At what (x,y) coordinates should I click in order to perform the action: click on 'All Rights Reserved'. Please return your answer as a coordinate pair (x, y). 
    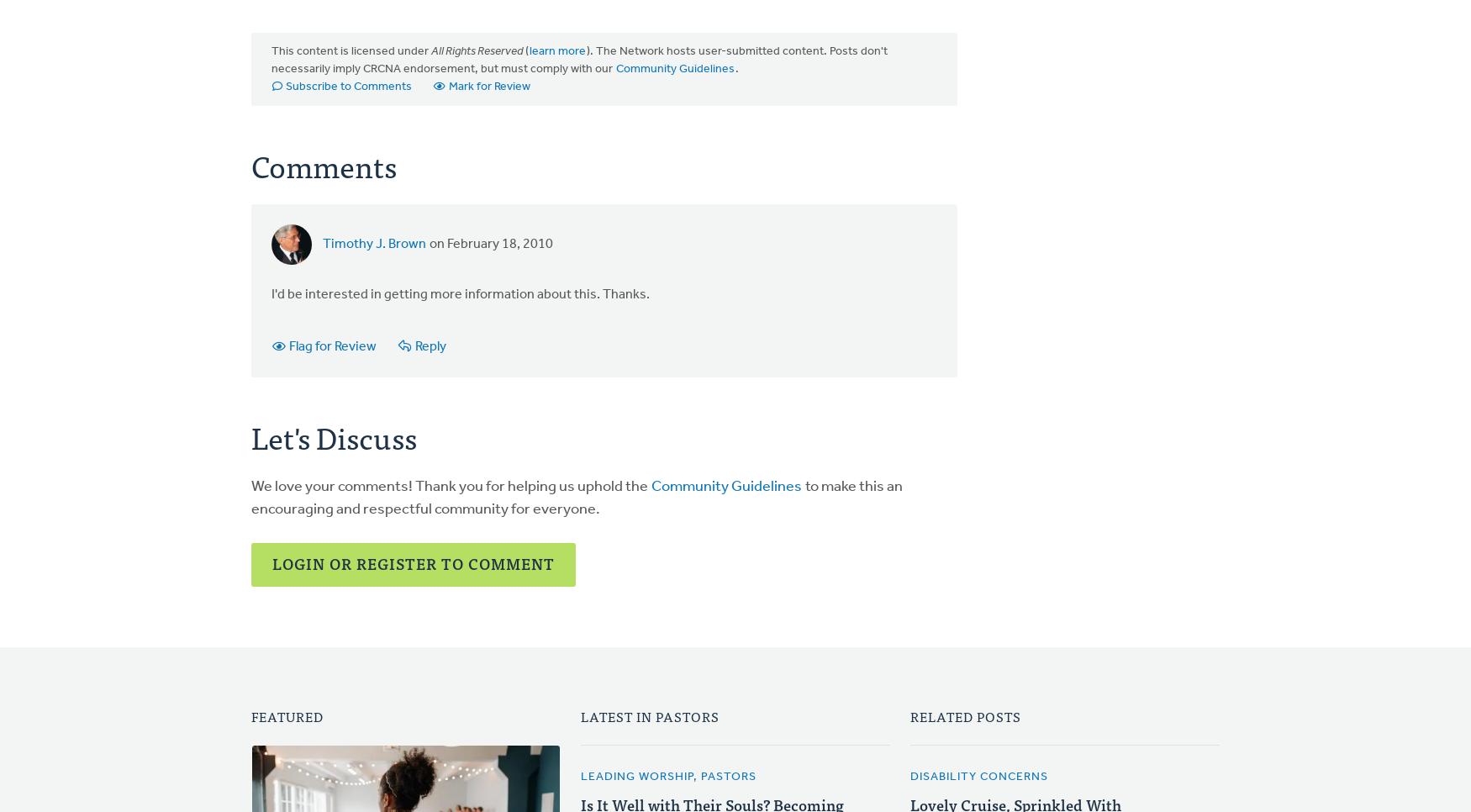
    Looking at the image, I should click on (430, 51).